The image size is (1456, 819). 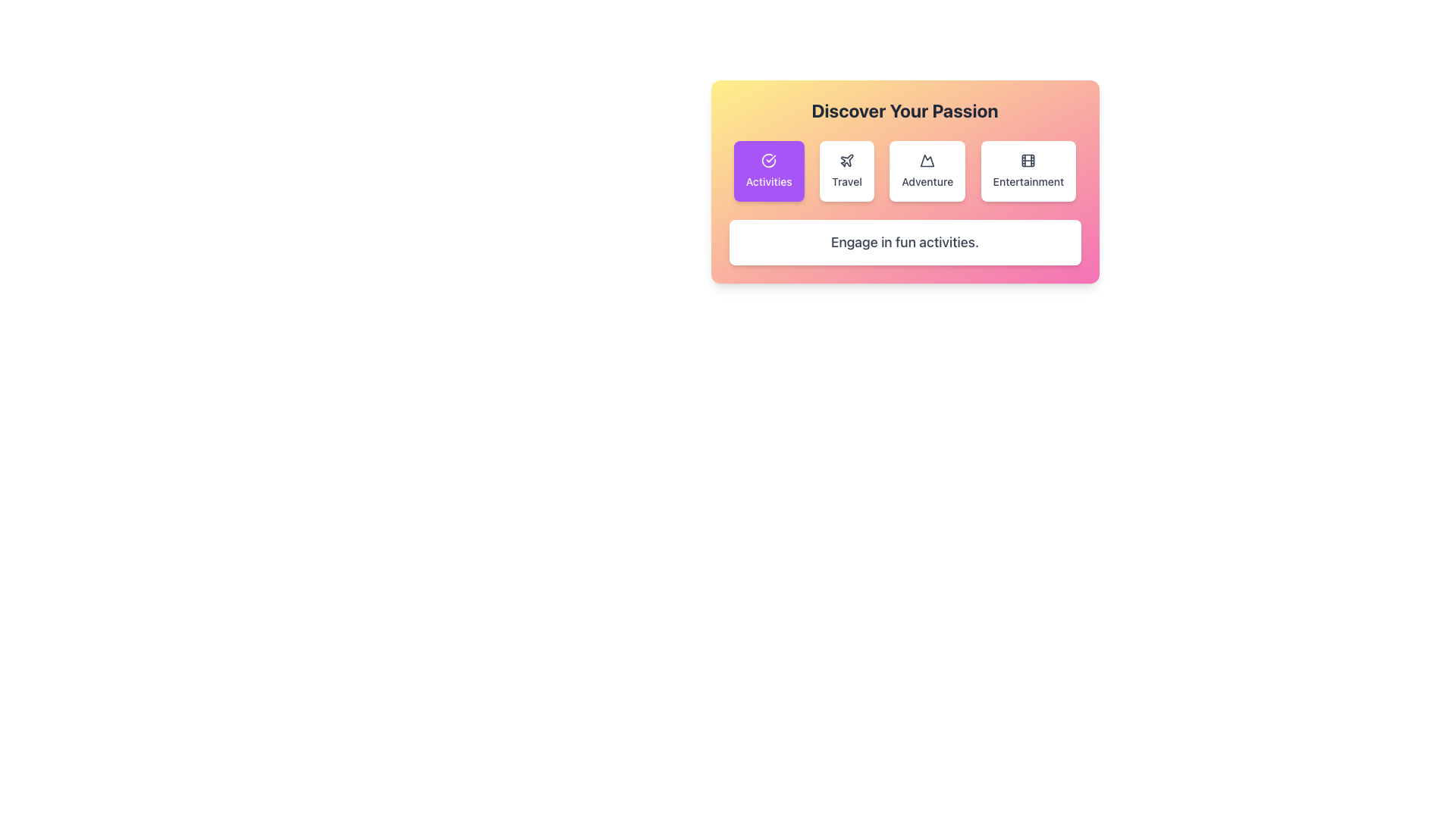 What do you see at coordinates (769, 161) in the screenshot?
I see `the circular icon within the purple button labeled 'Activities', which features a hollow circle, a partial arc, and a checkmark` at bounding box center [769, 161].